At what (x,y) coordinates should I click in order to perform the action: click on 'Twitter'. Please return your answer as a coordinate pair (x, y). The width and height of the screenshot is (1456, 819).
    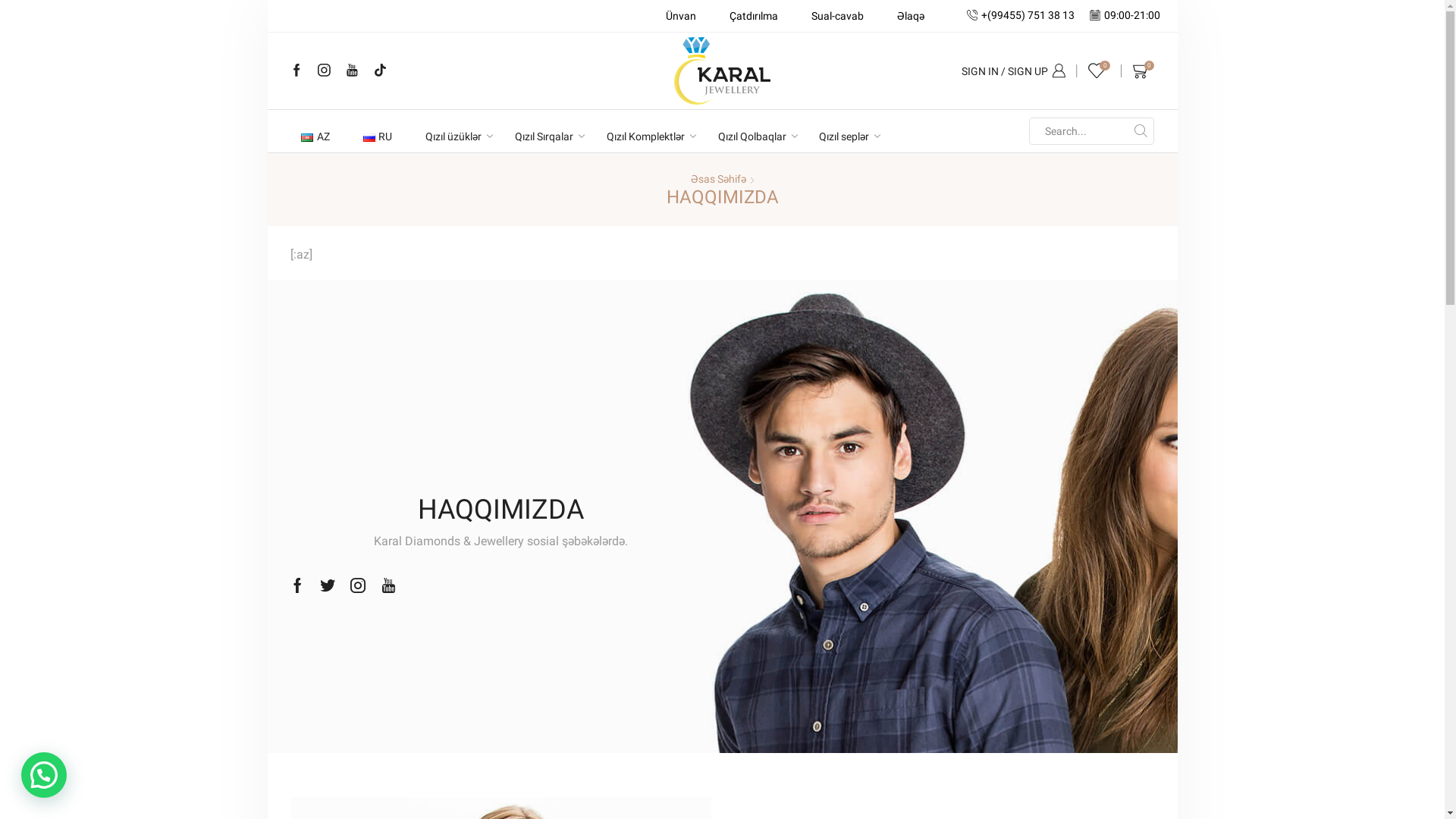
    Looking at the image, I should click on (327, 584).